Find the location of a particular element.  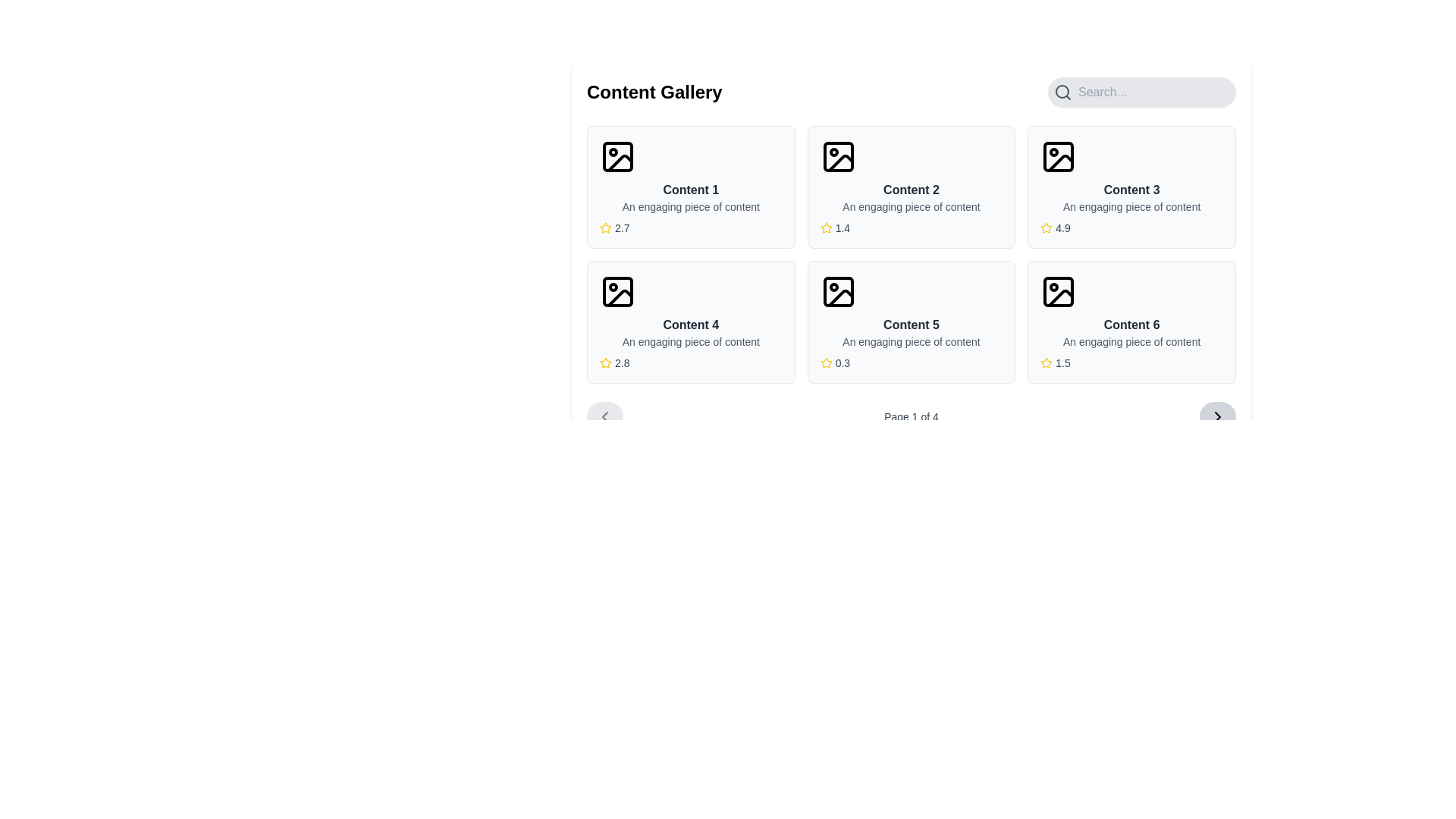

the descriptive subtitle text located in the fifth content card, positioned below the title 'Content 5' and above its associated rating is located at coordinates (910, 342).